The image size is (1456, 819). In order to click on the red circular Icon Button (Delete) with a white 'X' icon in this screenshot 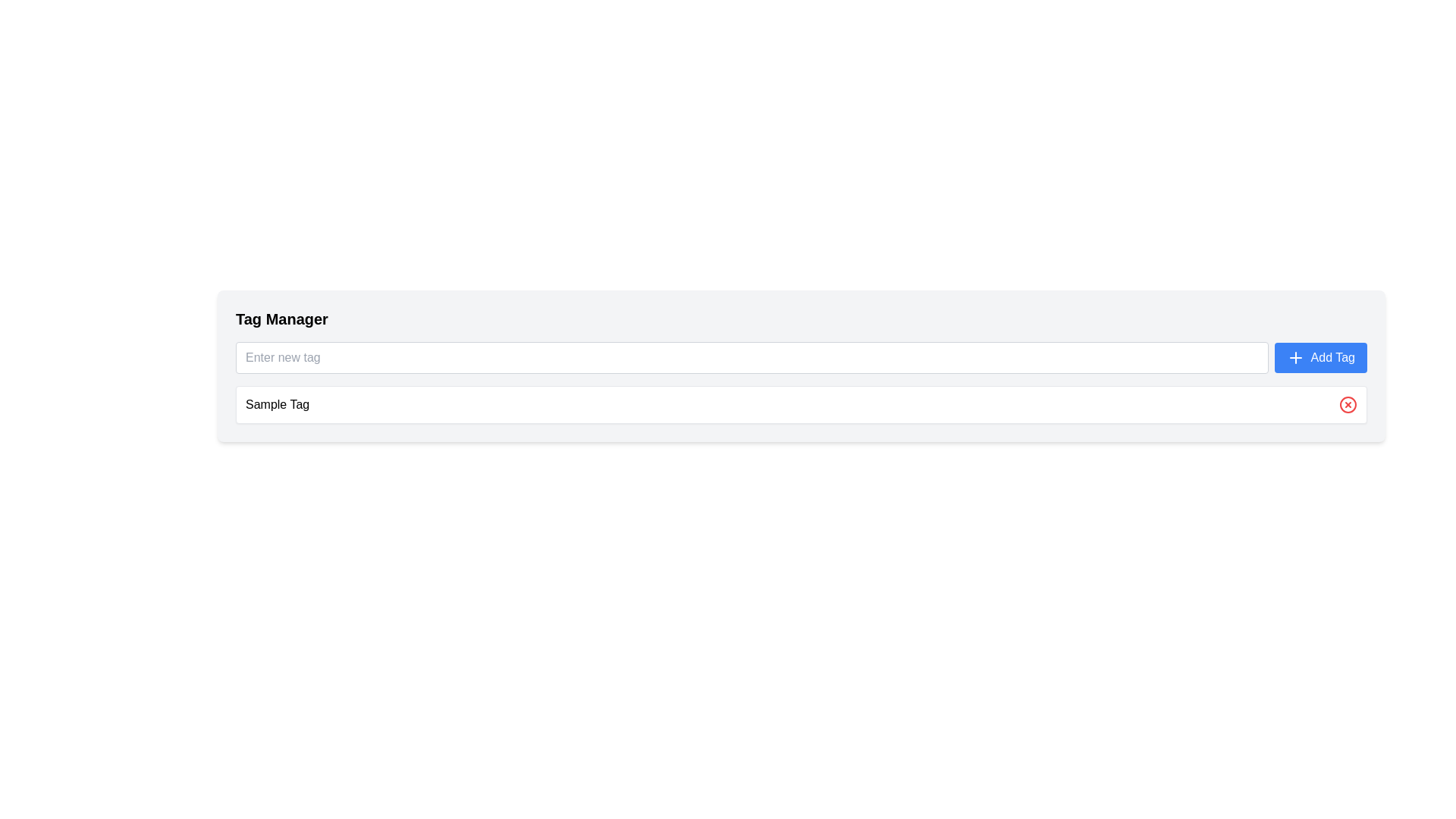, I will do `click(1348, 403)`.